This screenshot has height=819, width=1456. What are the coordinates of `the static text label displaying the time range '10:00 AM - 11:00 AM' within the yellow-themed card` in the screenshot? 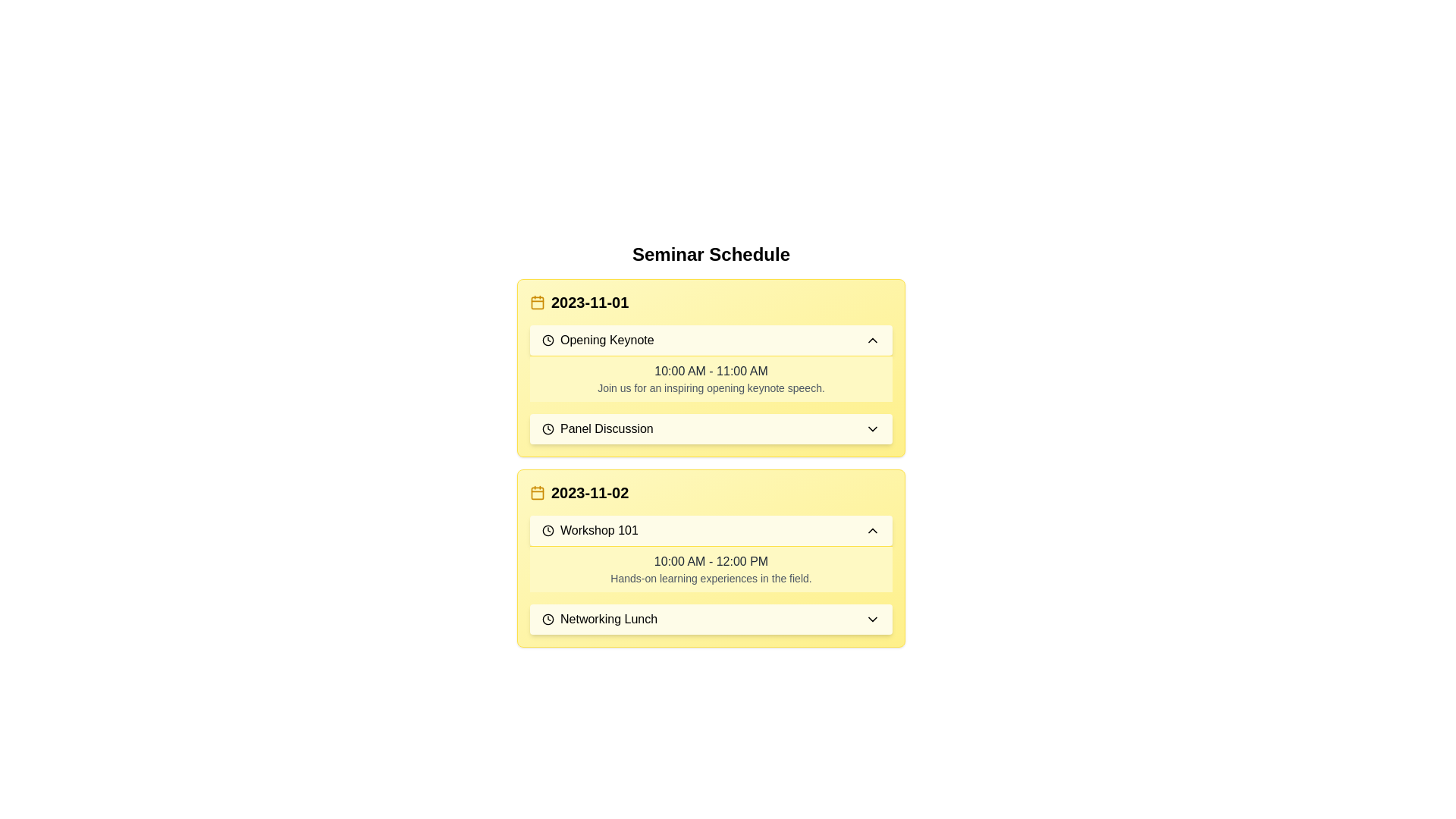 It's located at (710, 371).